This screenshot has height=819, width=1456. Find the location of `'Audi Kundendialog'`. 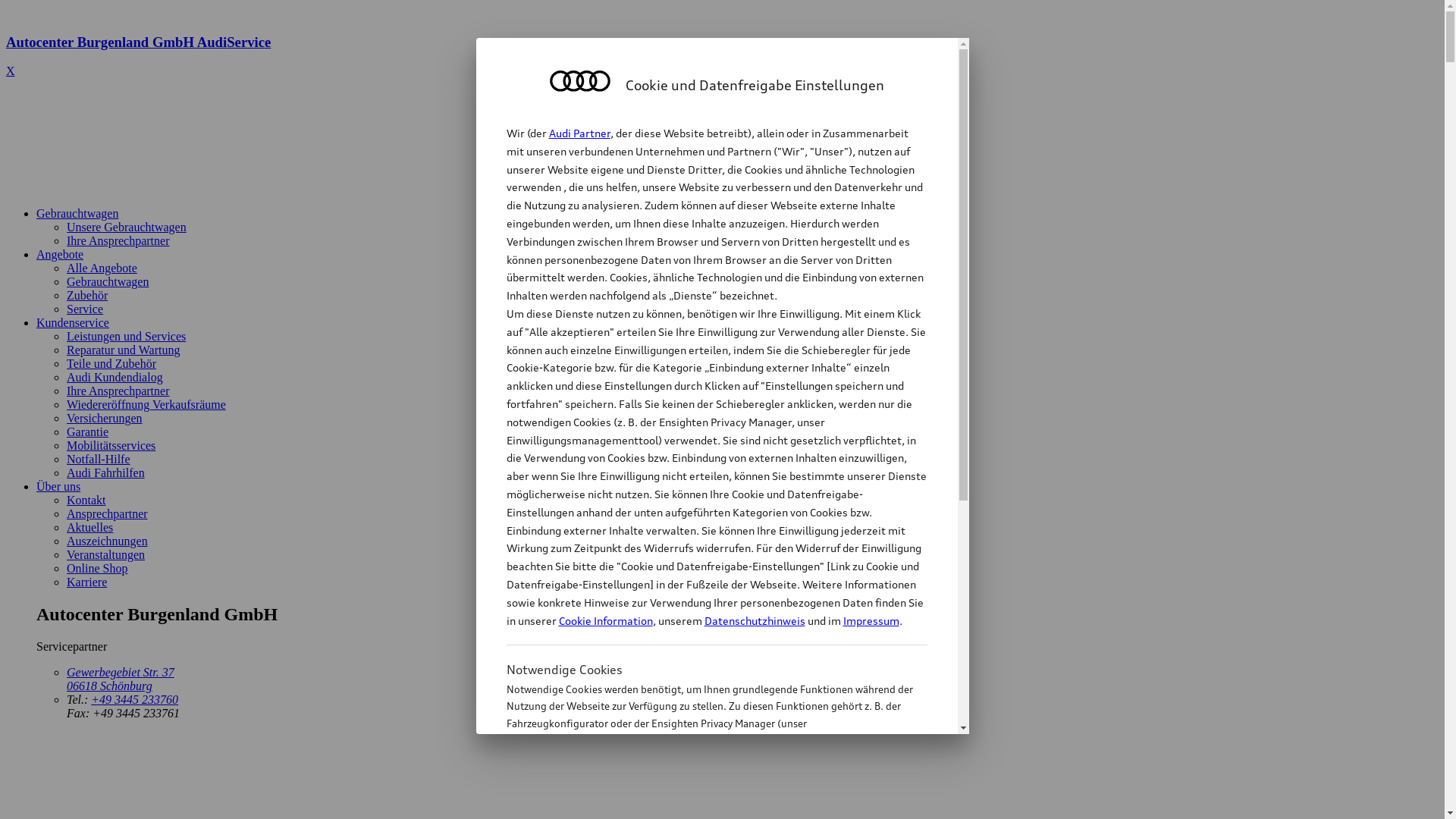

'Audi Kundendialog' is located at coordinates (114, 376).